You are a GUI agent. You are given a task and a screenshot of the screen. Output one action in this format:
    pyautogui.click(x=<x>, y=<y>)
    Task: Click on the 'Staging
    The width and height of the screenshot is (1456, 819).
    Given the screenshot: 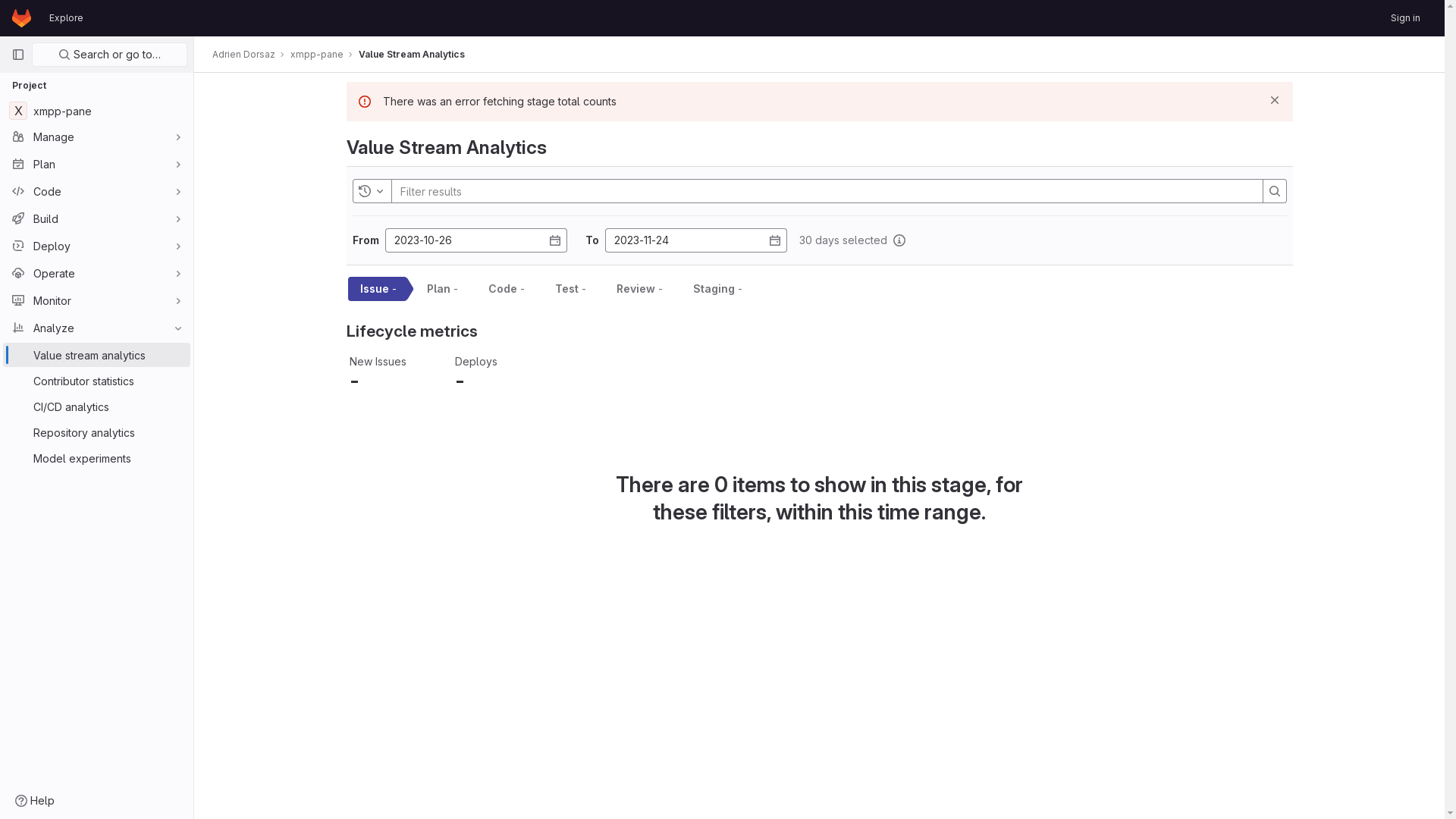 What is the action you would take?
    pyautogui.click(x=714, y=289)
    